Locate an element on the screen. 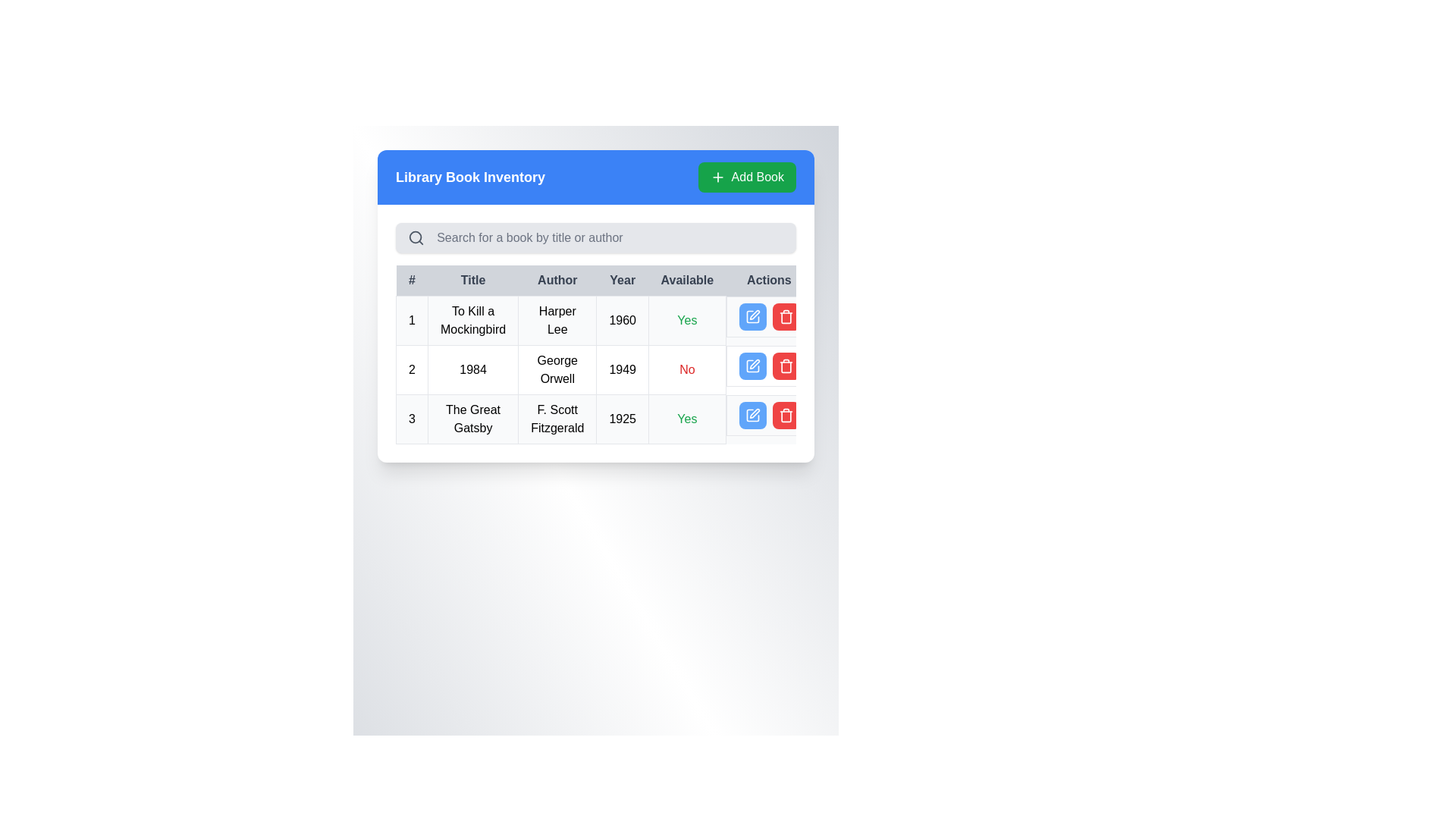 This screenshot has width=1456, height=819. the delete button located in the 'Actions' column for the book entry 'To Kill a Mockingbird' is located at coordinates (786, 315).